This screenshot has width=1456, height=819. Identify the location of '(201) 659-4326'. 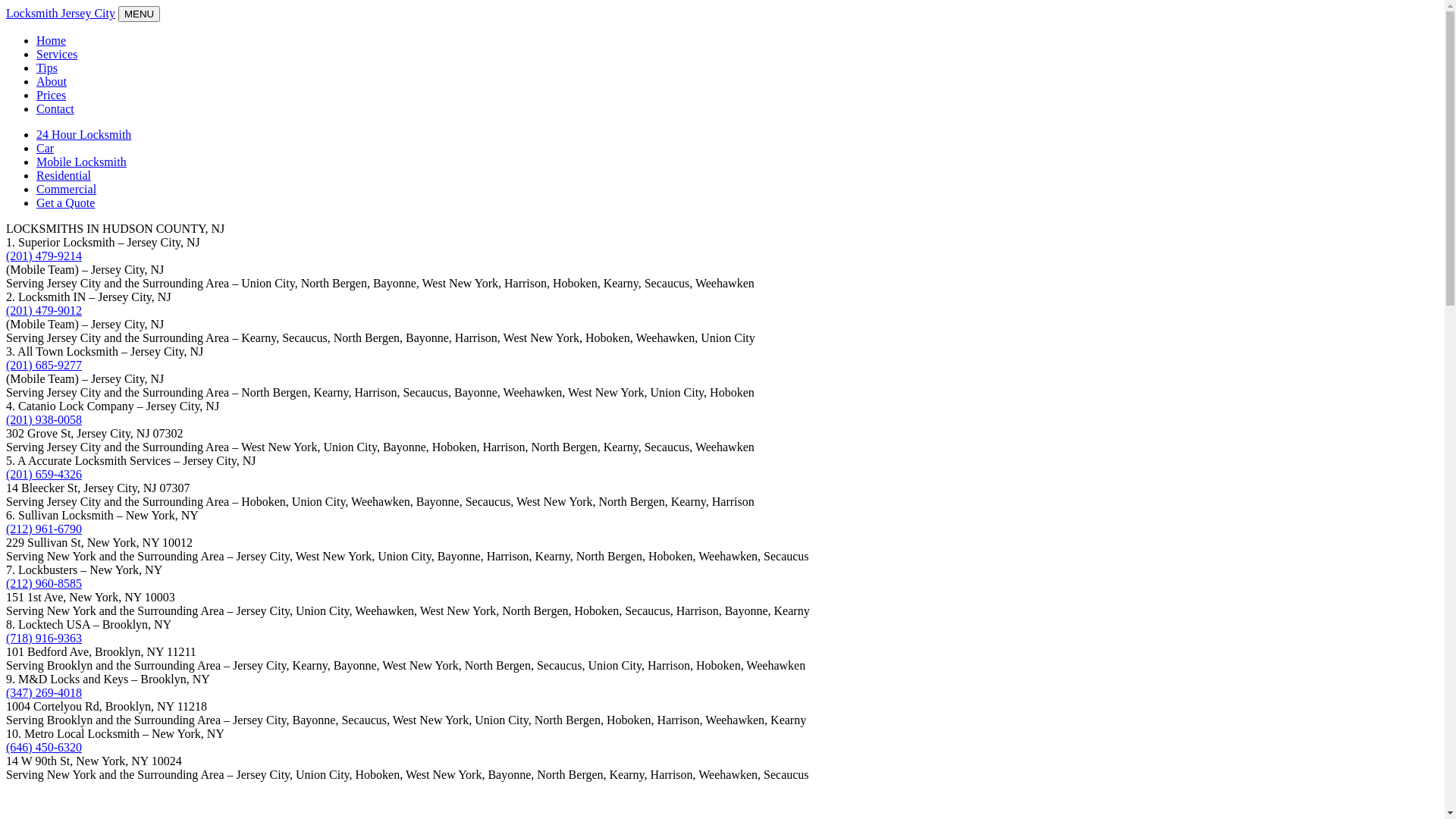
(43, 473).